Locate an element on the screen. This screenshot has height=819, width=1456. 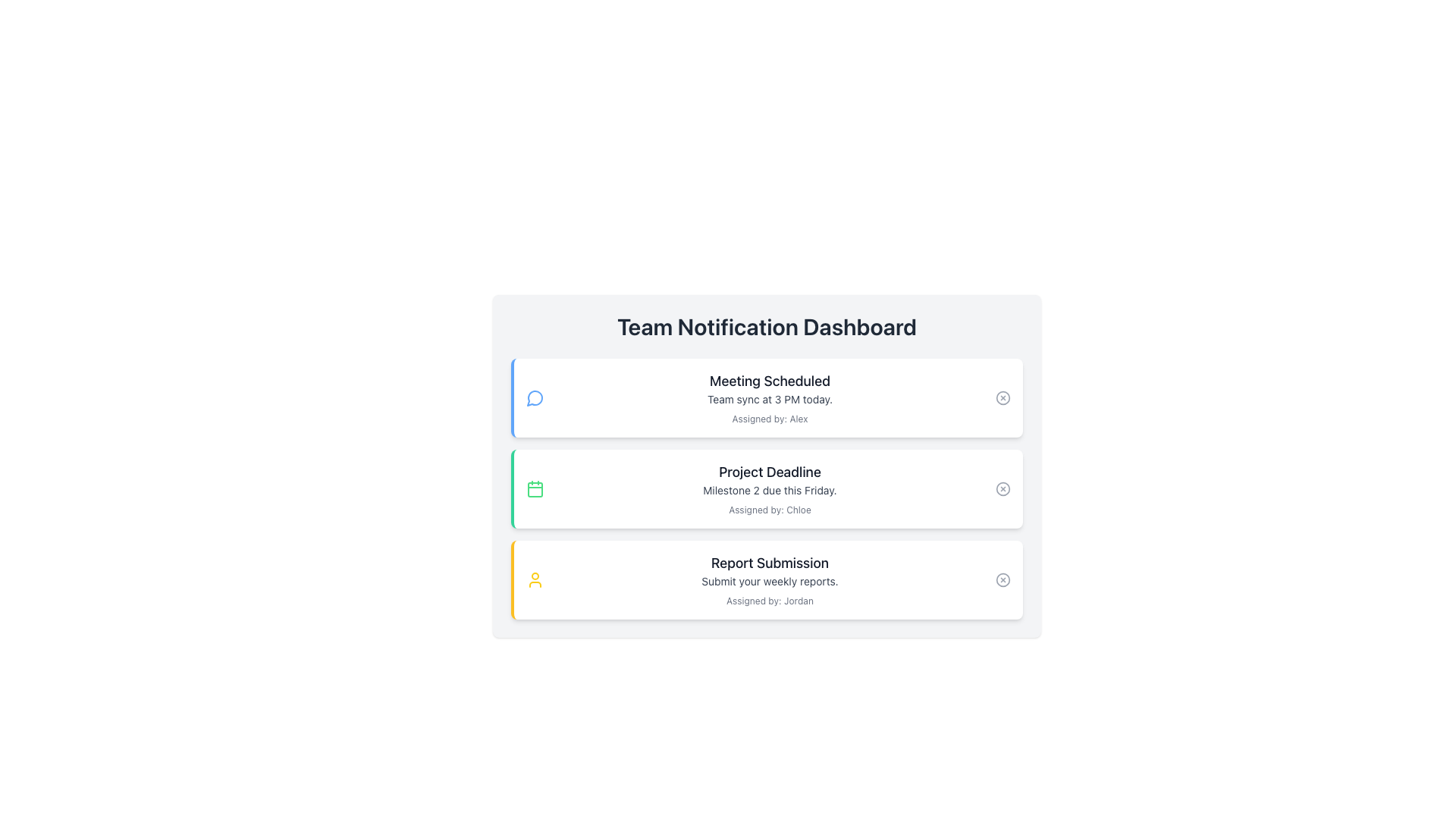
the Text information panel that prompts users to submit their weekly reports, located in the third row of the notification panel on the dashboard is located at coordinates (770, 579).